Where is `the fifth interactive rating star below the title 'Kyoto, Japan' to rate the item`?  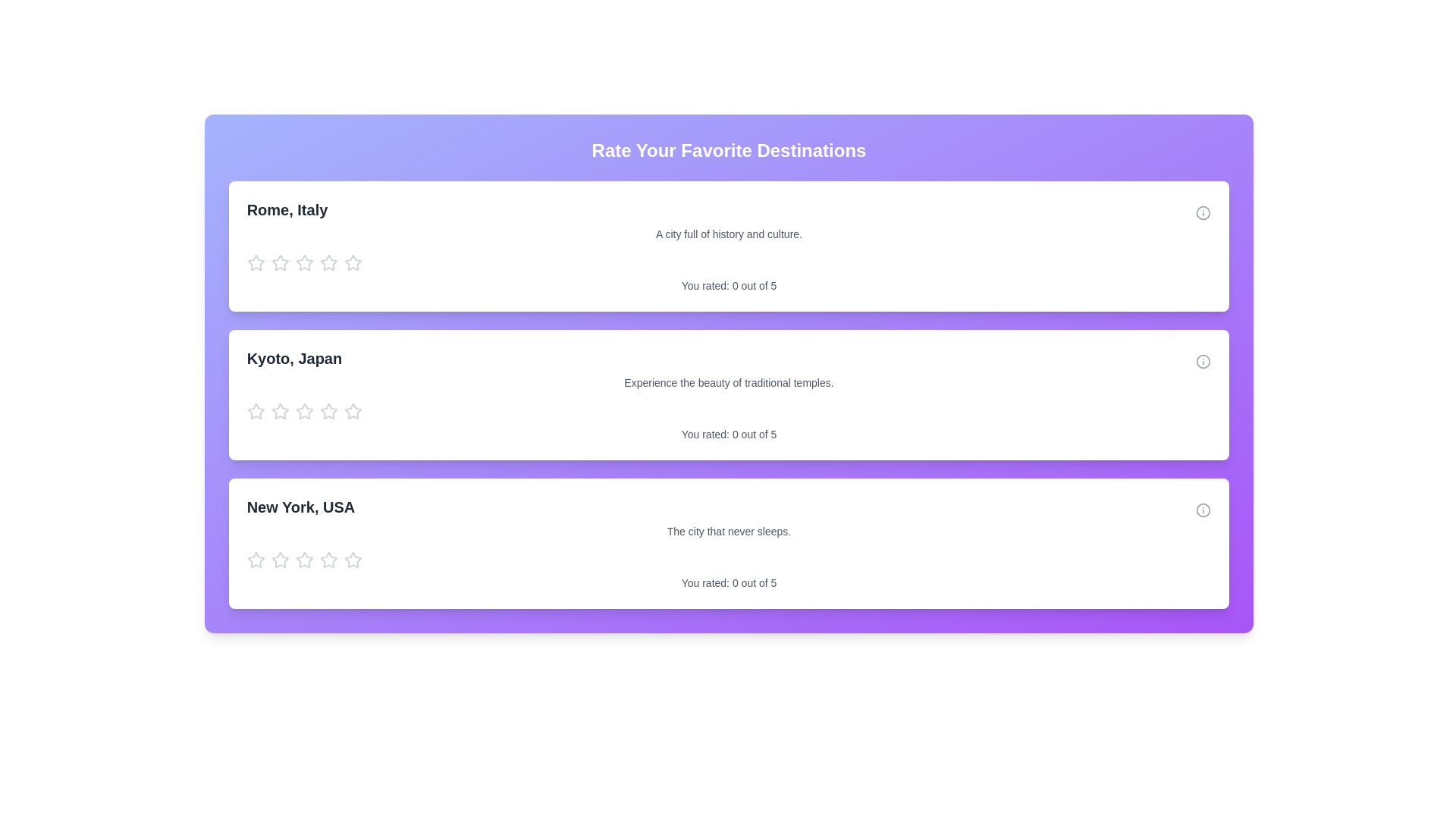
the fifth interactive rating star below the title 'Kyoto, Japan' to rate the item is located at coordinates (352, 412).